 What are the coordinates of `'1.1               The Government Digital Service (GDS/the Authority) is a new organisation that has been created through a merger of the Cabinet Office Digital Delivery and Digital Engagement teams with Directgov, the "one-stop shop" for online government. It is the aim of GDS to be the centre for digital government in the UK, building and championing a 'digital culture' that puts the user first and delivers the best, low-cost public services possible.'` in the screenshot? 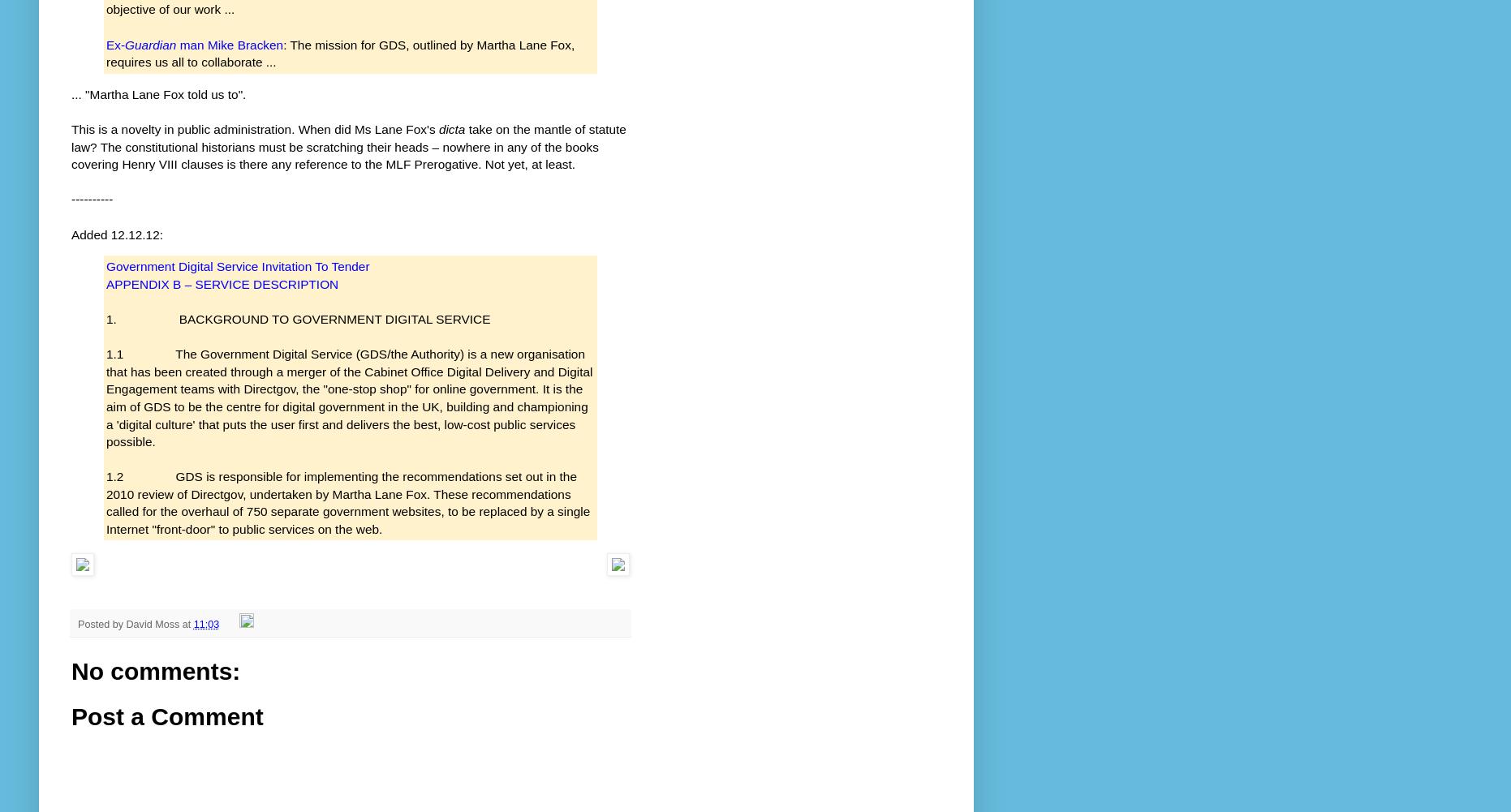 It's located at (348, 397).